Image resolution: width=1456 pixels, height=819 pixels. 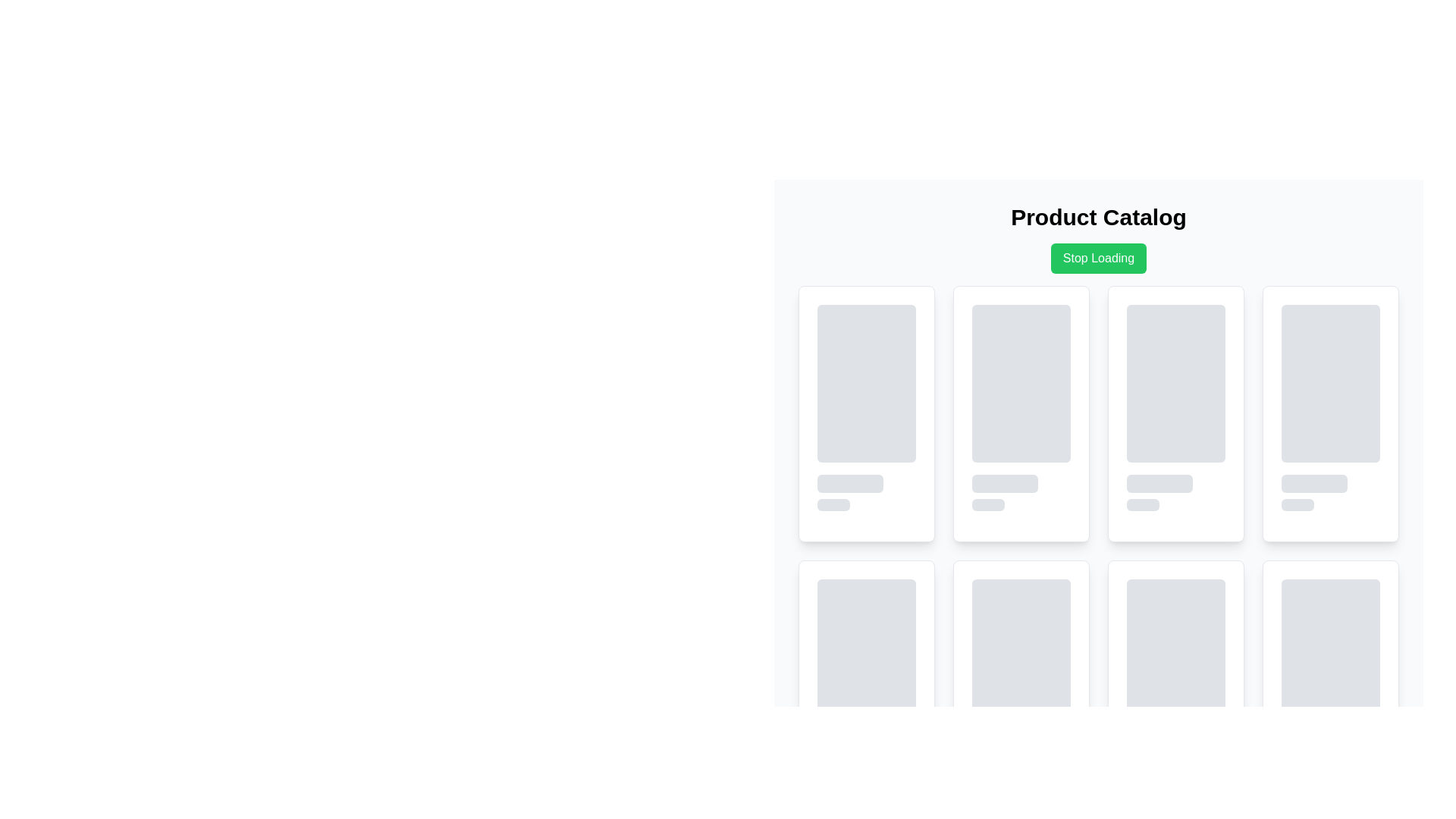 I want to click on the Placeholder component located in the first card from the left in the first row of a grid-like arrangement, which serves as a placeholder for content yet to be loaded, so click(x=866, y=406).